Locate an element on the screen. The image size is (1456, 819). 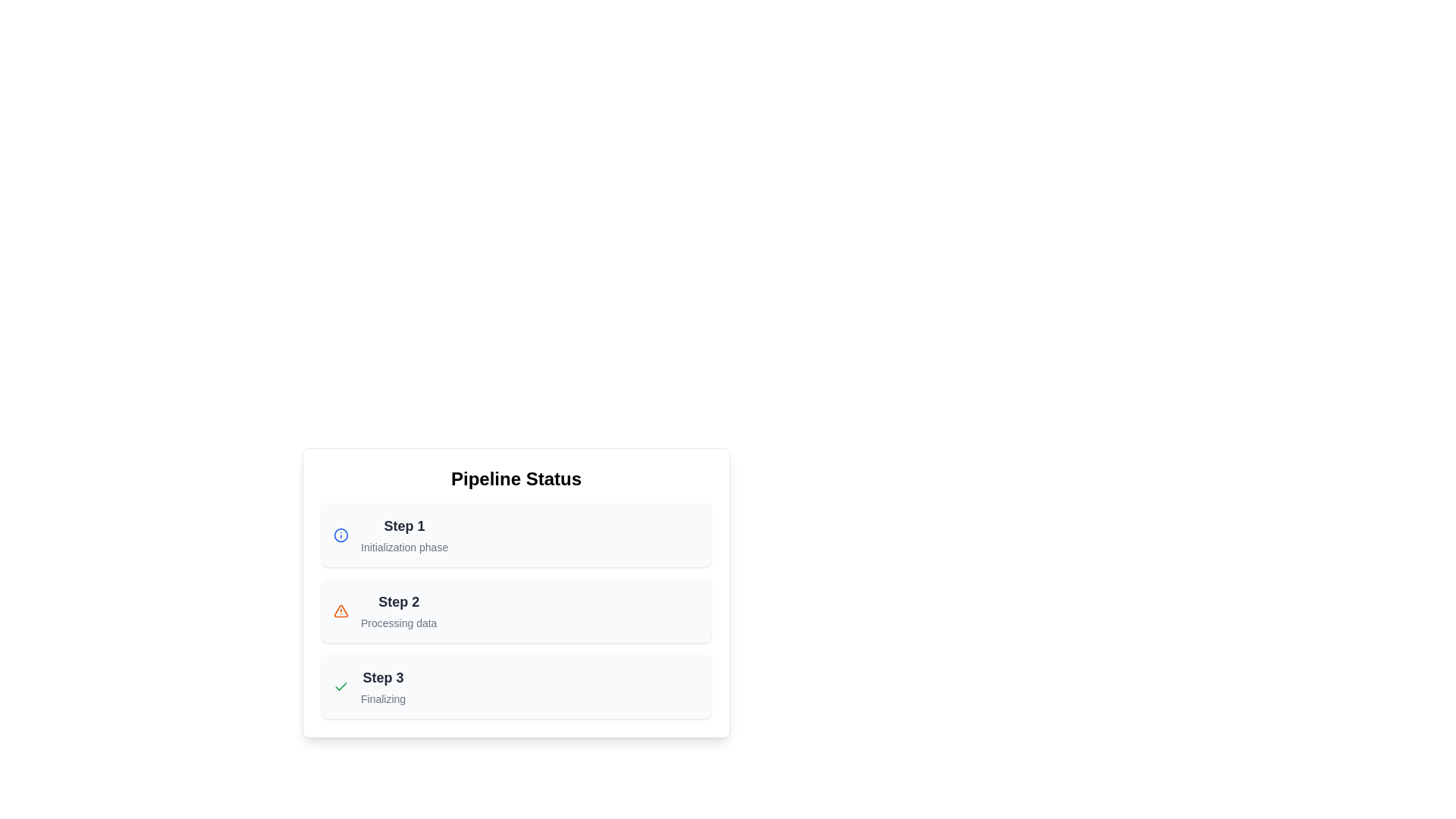
the leftmost icon in the second step of the pipeline status list, which indicates a processing state is located at coordinates (340, 610).